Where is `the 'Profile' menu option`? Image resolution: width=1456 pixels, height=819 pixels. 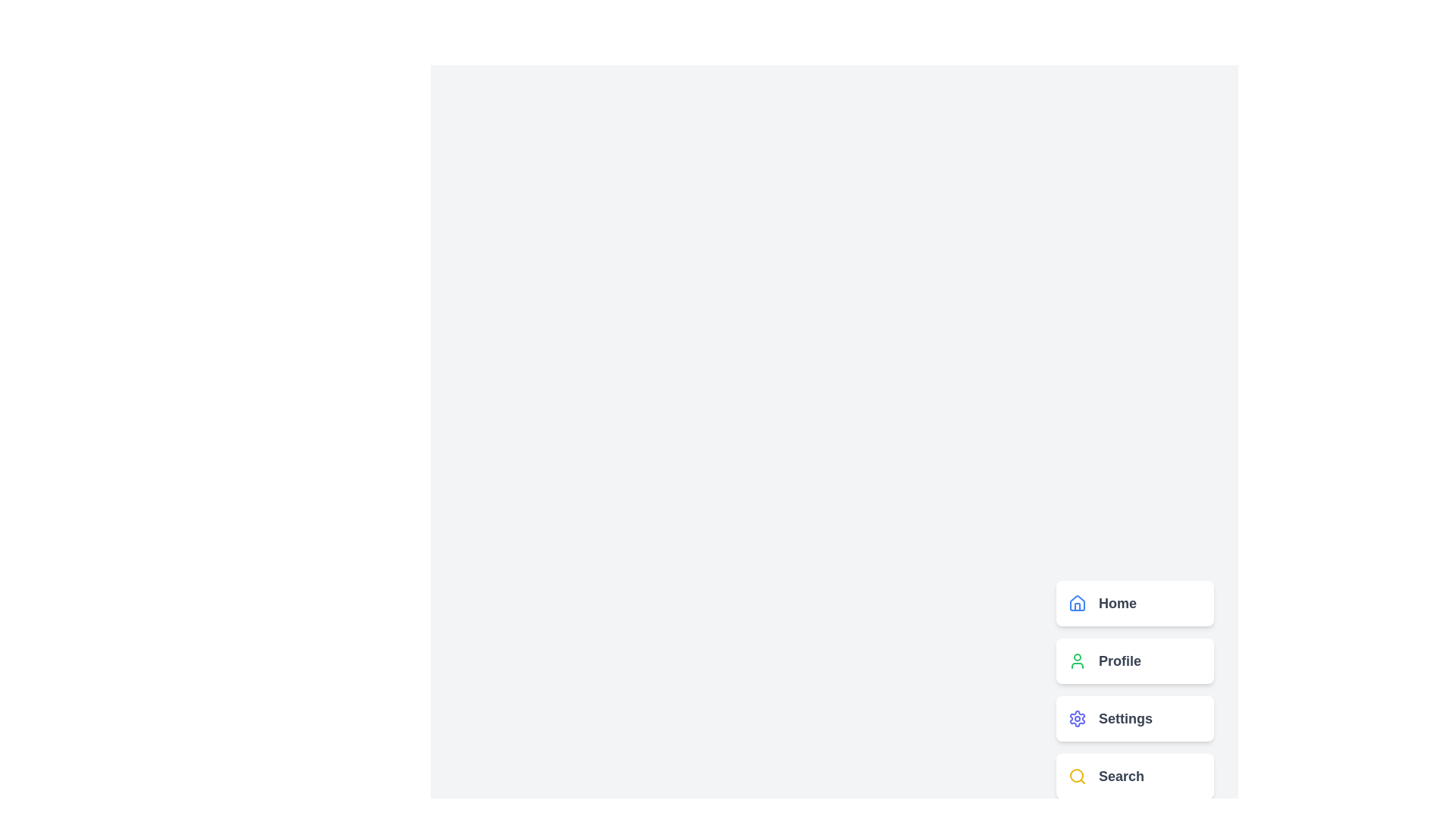
the 'Profile' menu option is located at coordinates (1135, 660).